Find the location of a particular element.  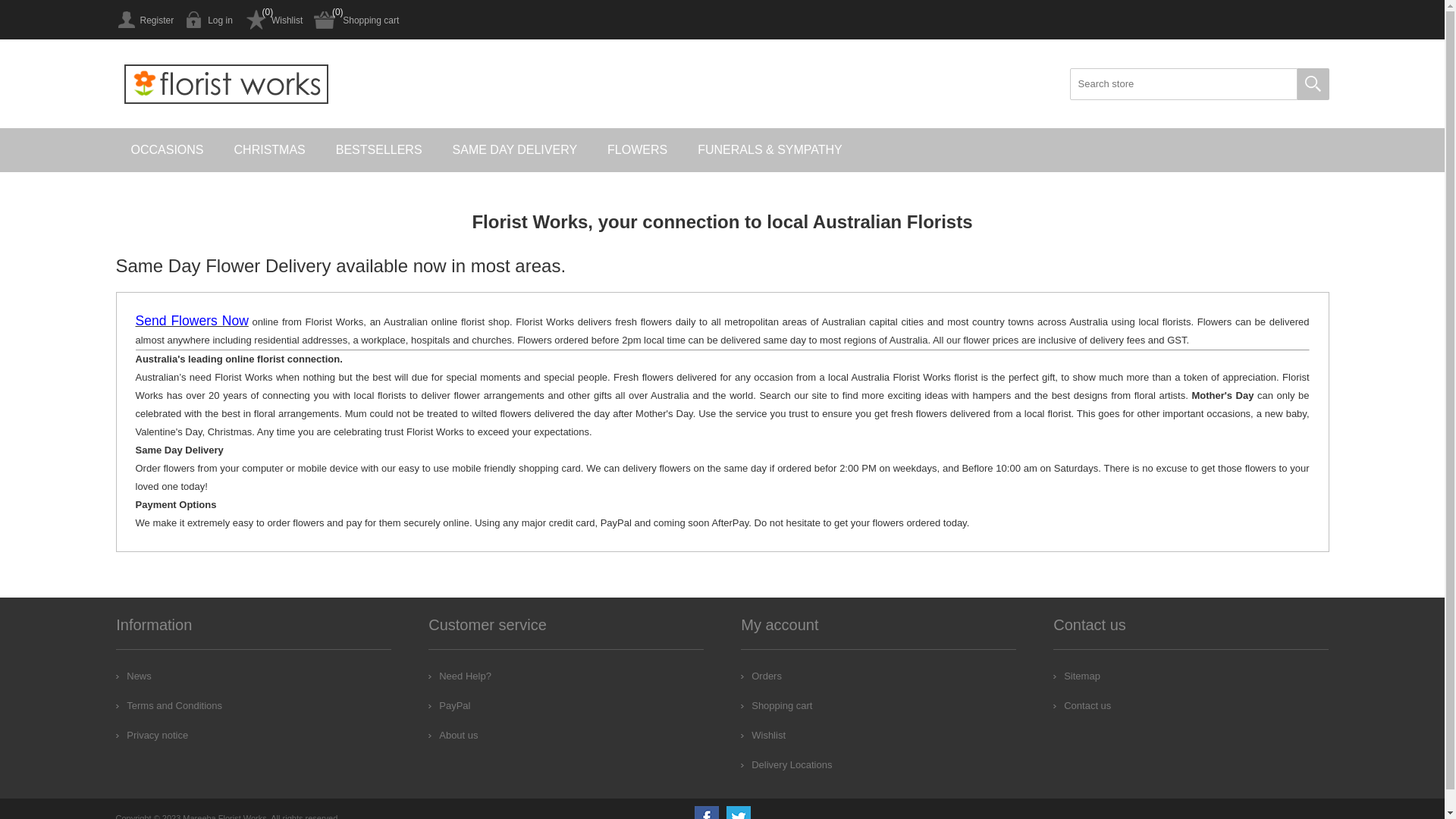

'Shopping cart' is located at coordinates (776, 705).